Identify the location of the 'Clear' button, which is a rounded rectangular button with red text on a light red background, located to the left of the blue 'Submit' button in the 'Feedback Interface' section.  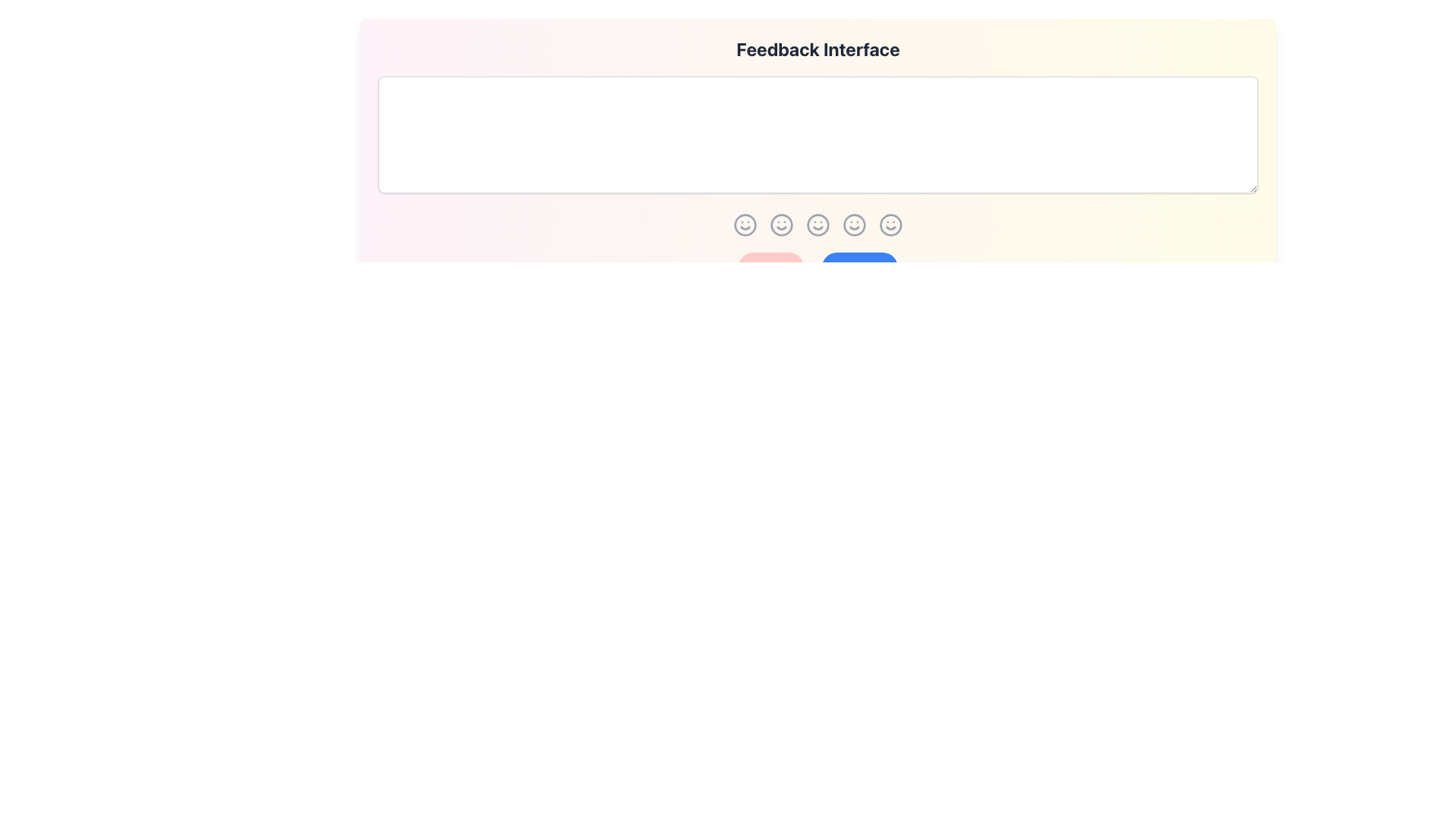
(771, 267).